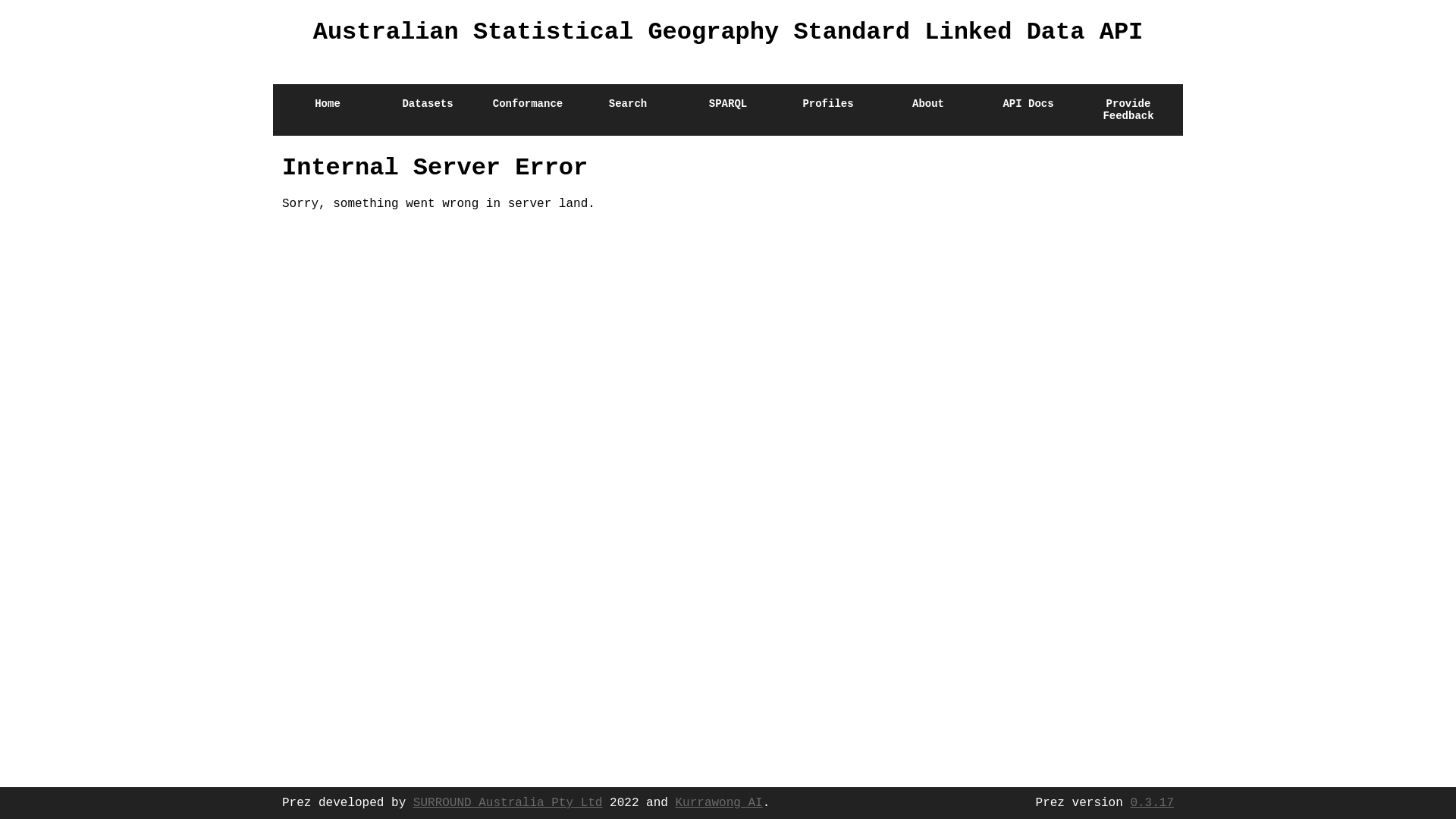  What do you see at coordinates (927, 109) in the screenshot?
I see `'About'` at bounding box center [927, 109].